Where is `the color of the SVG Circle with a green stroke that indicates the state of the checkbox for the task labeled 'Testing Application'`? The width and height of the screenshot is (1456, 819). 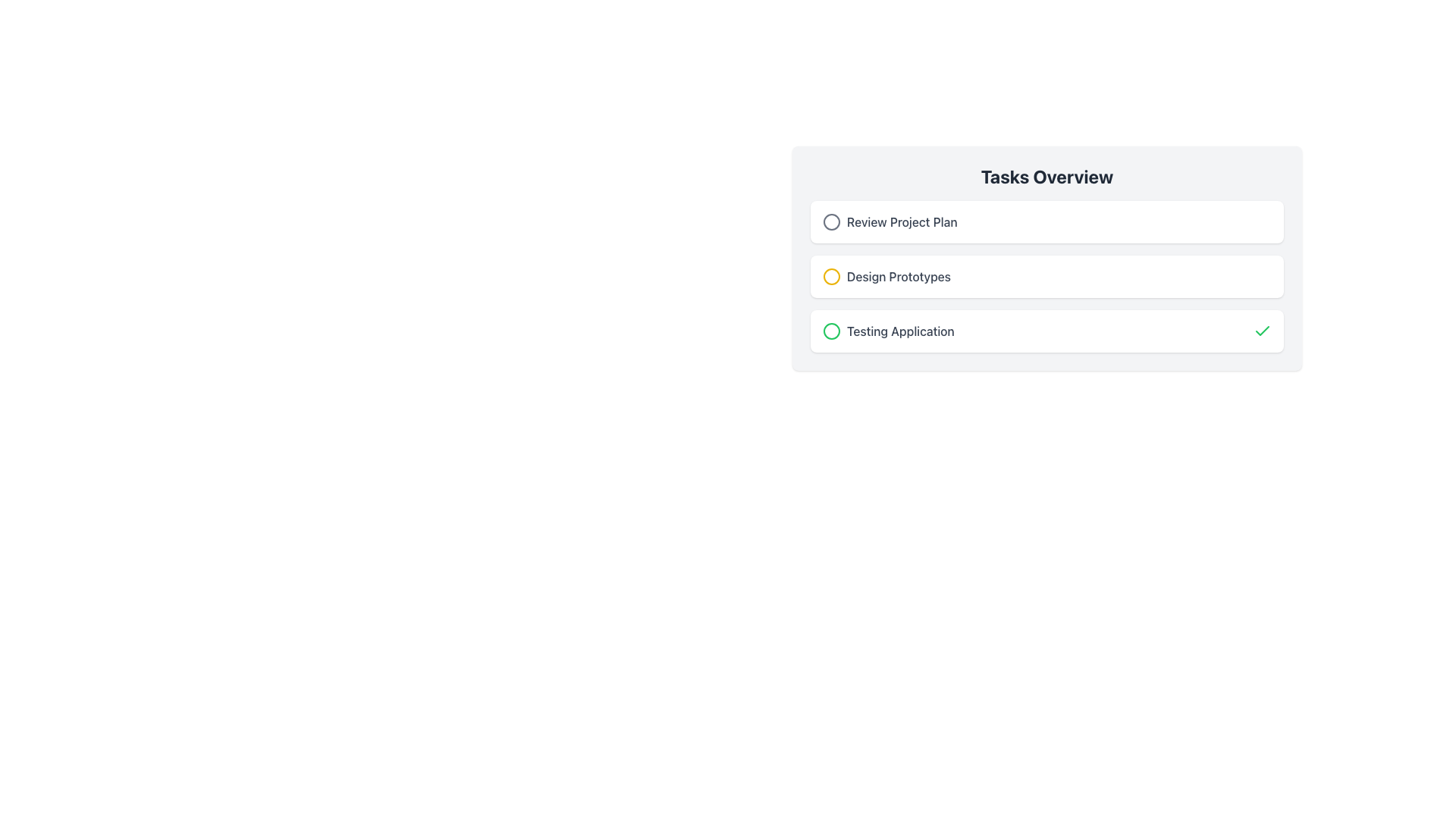
the color of the SVG Circle with a green stroke that indicates the state of the checkbox for the task labeled 'Testing Application' is located at coordinates (831, 330).